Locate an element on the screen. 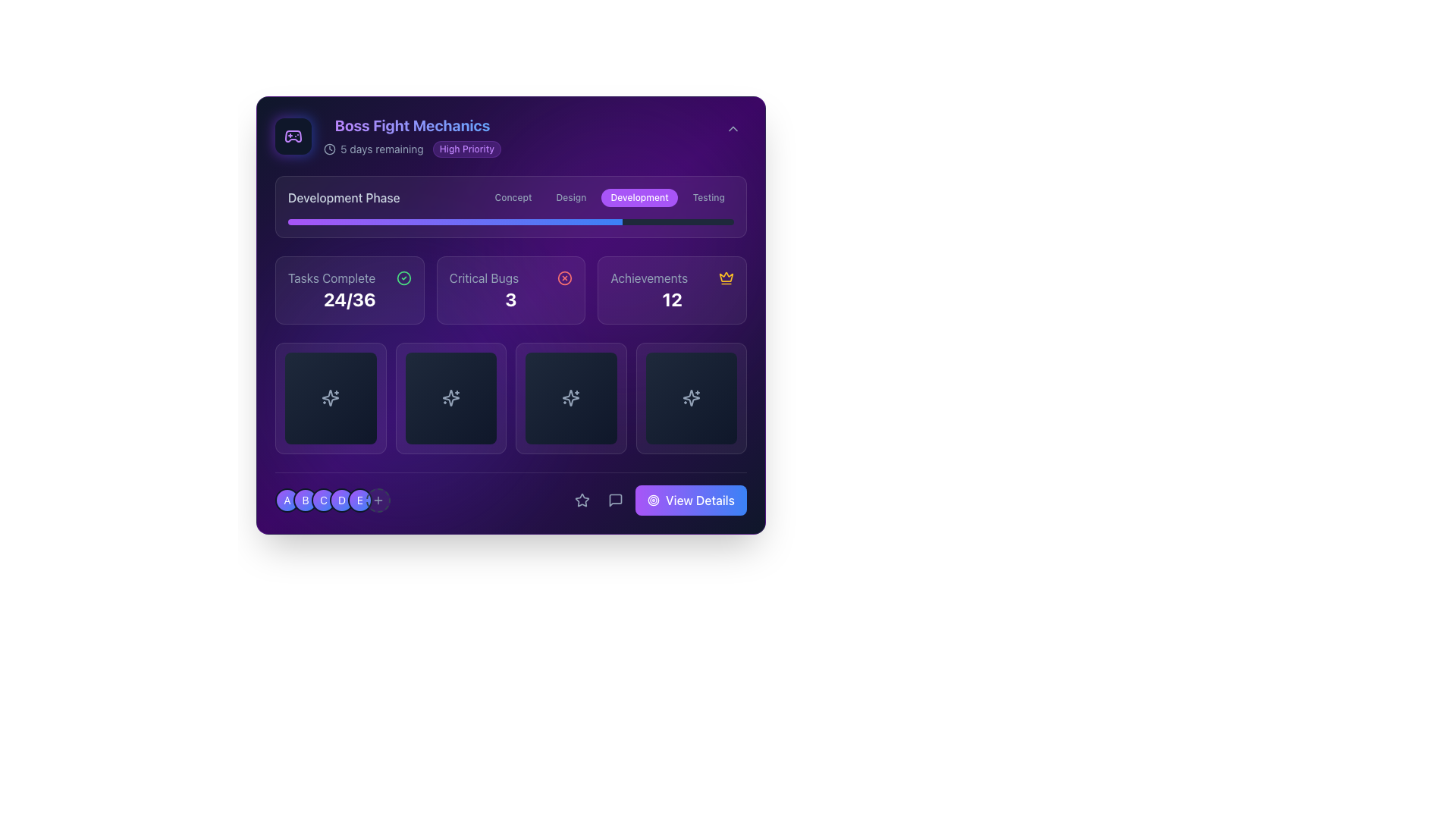  the 'Achievements' label with a crown icon, which is styled in slate gray and amber-yellow, located in the top-right card of a three-card grid layout is located at coordinates (671, 278).